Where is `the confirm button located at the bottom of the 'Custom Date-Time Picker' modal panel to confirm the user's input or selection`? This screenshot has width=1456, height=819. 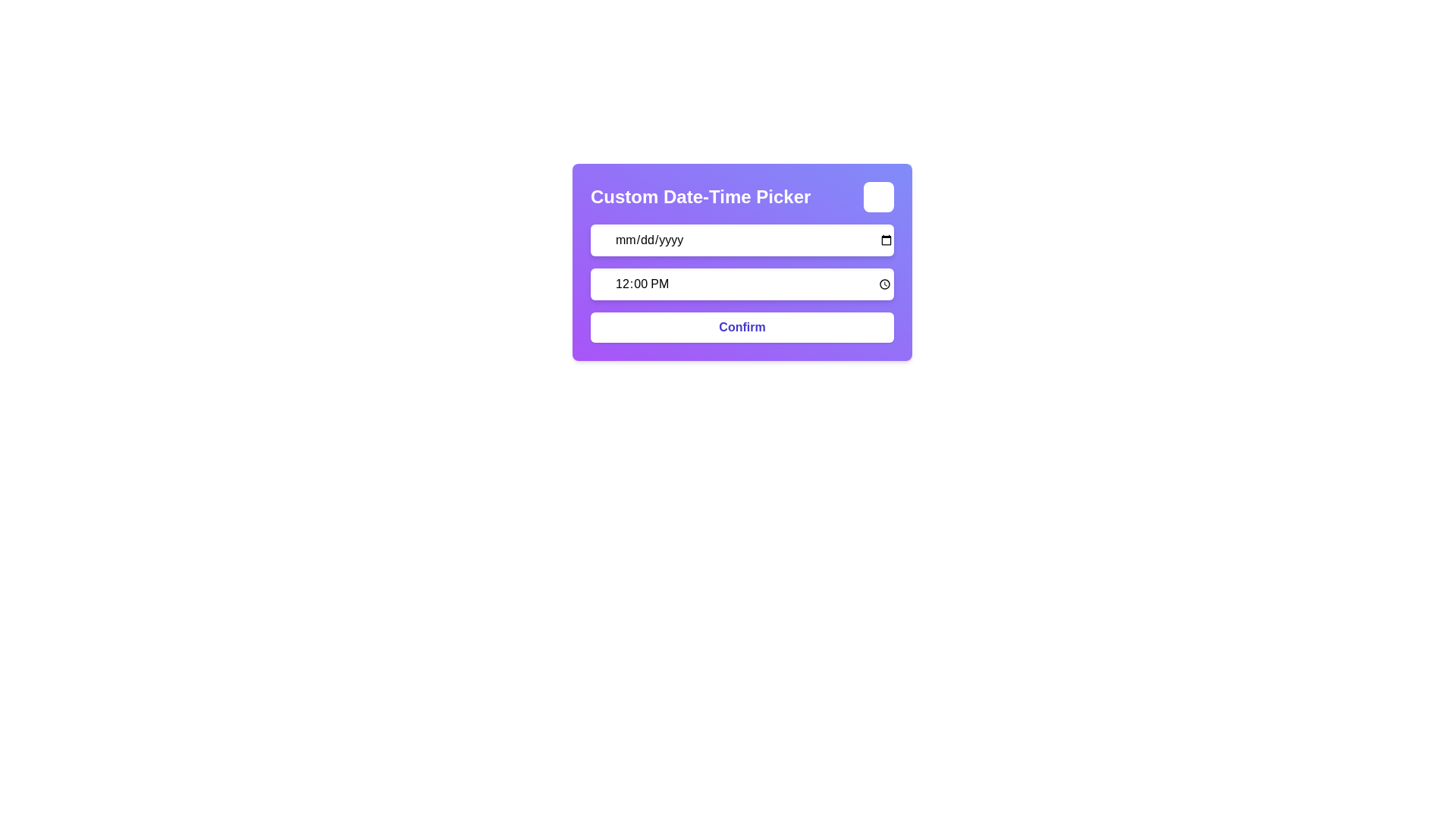 the confirm button located at the bottom of the 'Custom Date-Time Picker' modal panel to confirm the user's input or selection is located at coordinates (742, 327).